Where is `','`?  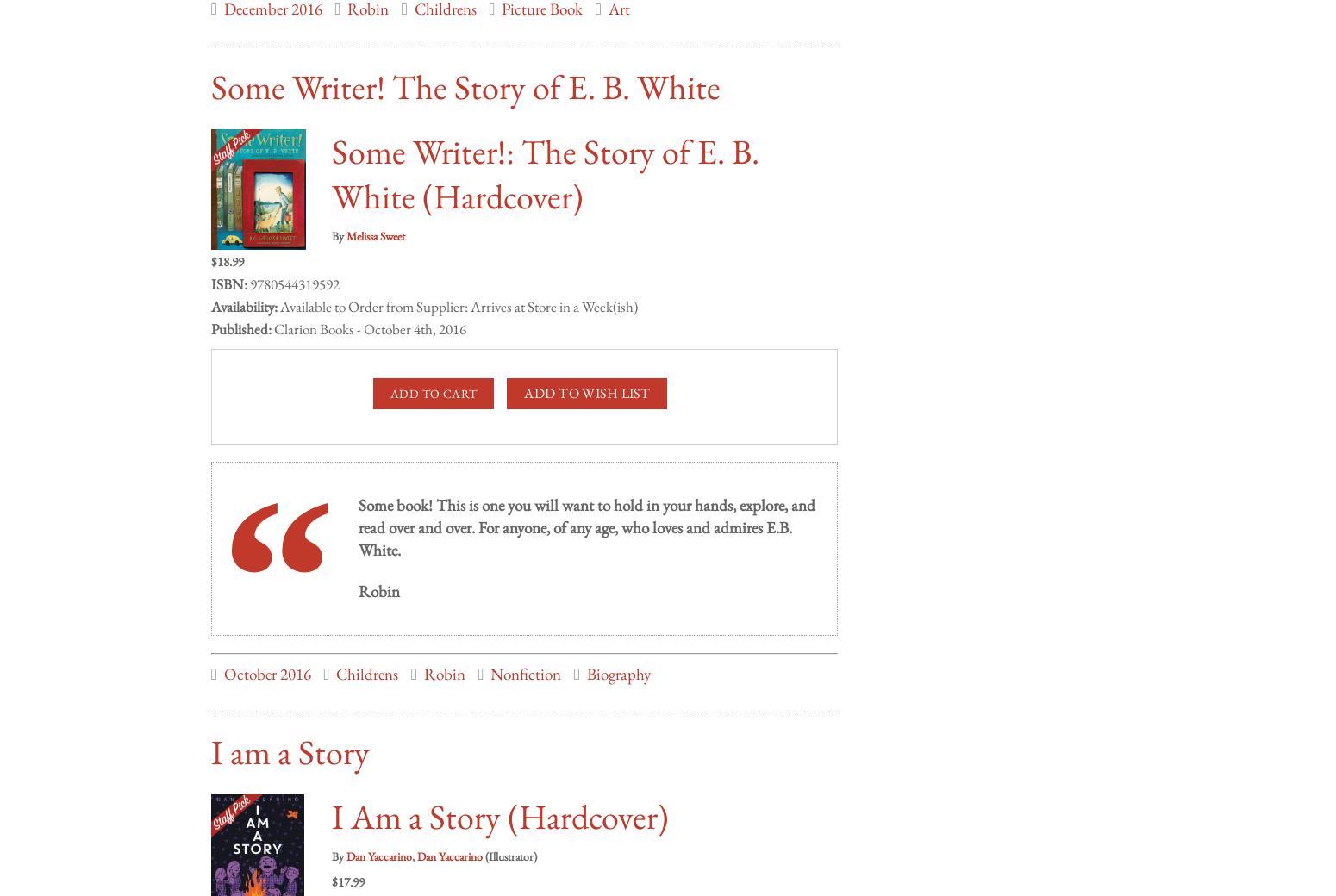
',' is located at coordinates (413, 838).